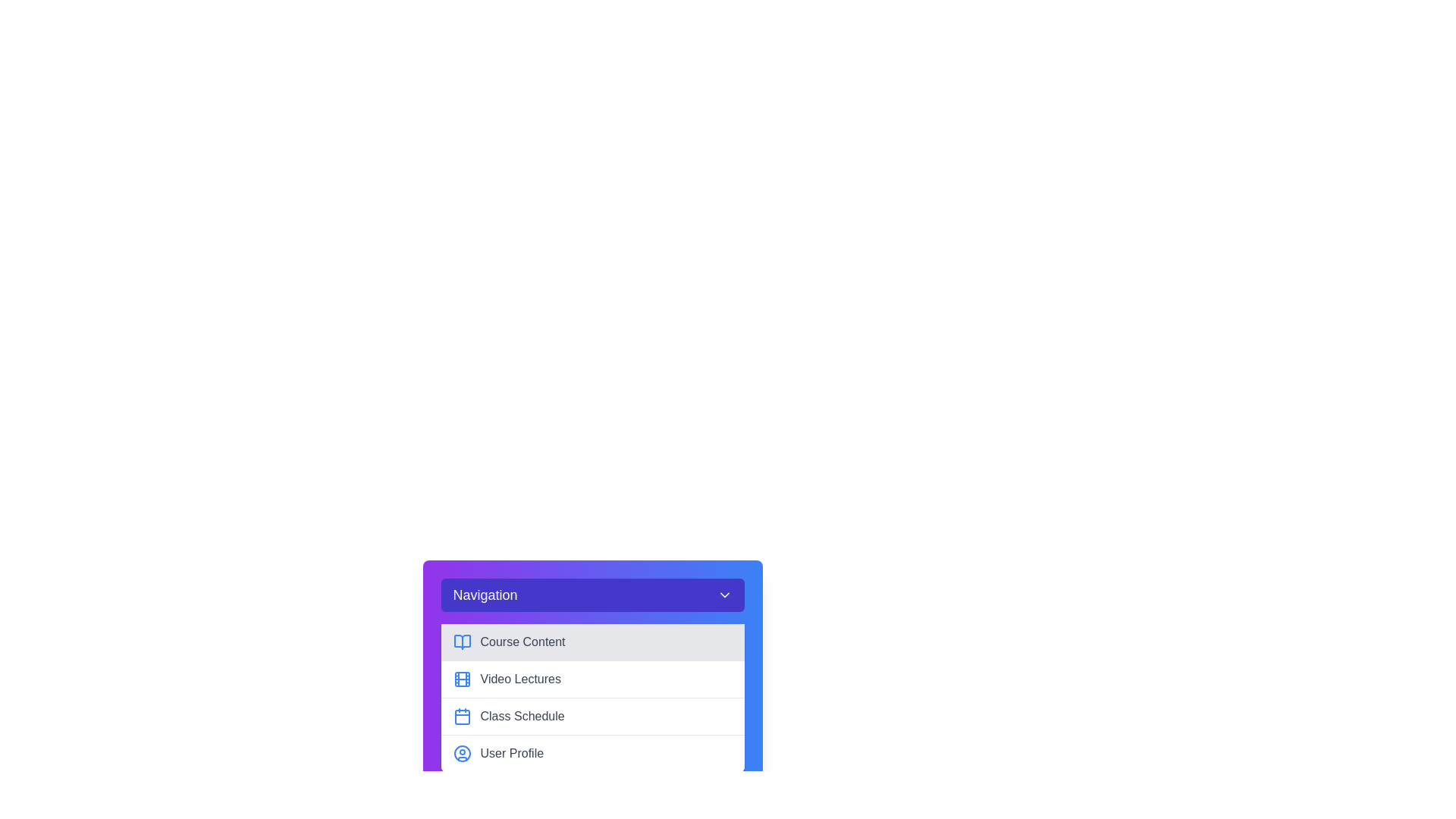 Image resolution: width=1456 pixels, height=819 pixels. Describe the element at coordinates (461, 717) in the screenshot. I see `the blue rounded rectangle icon in the 'Class Schedule' section of the navigation menu` at that location.